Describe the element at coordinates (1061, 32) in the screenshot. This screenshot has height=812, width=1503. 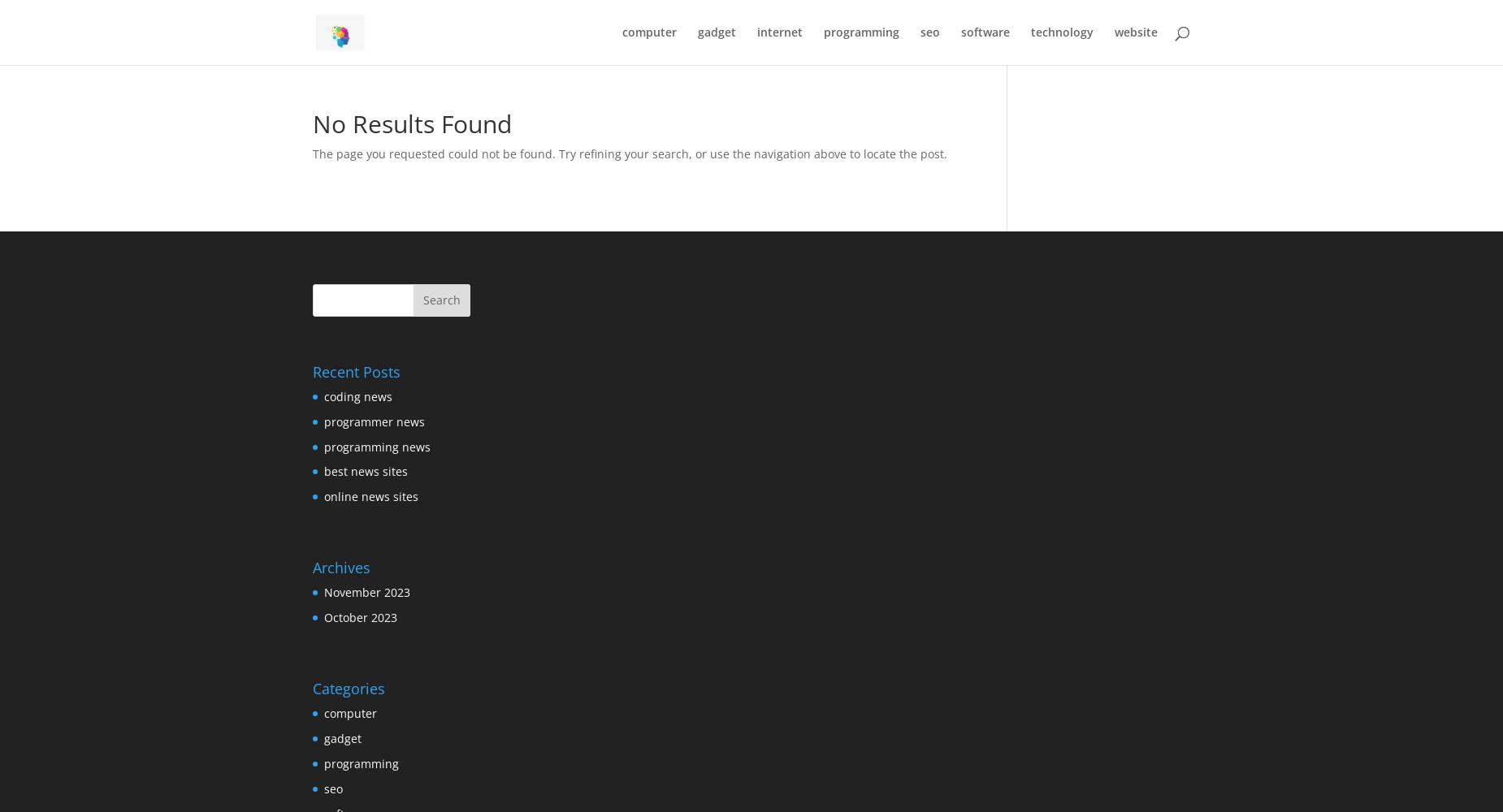
I see `'technology'` at that location.